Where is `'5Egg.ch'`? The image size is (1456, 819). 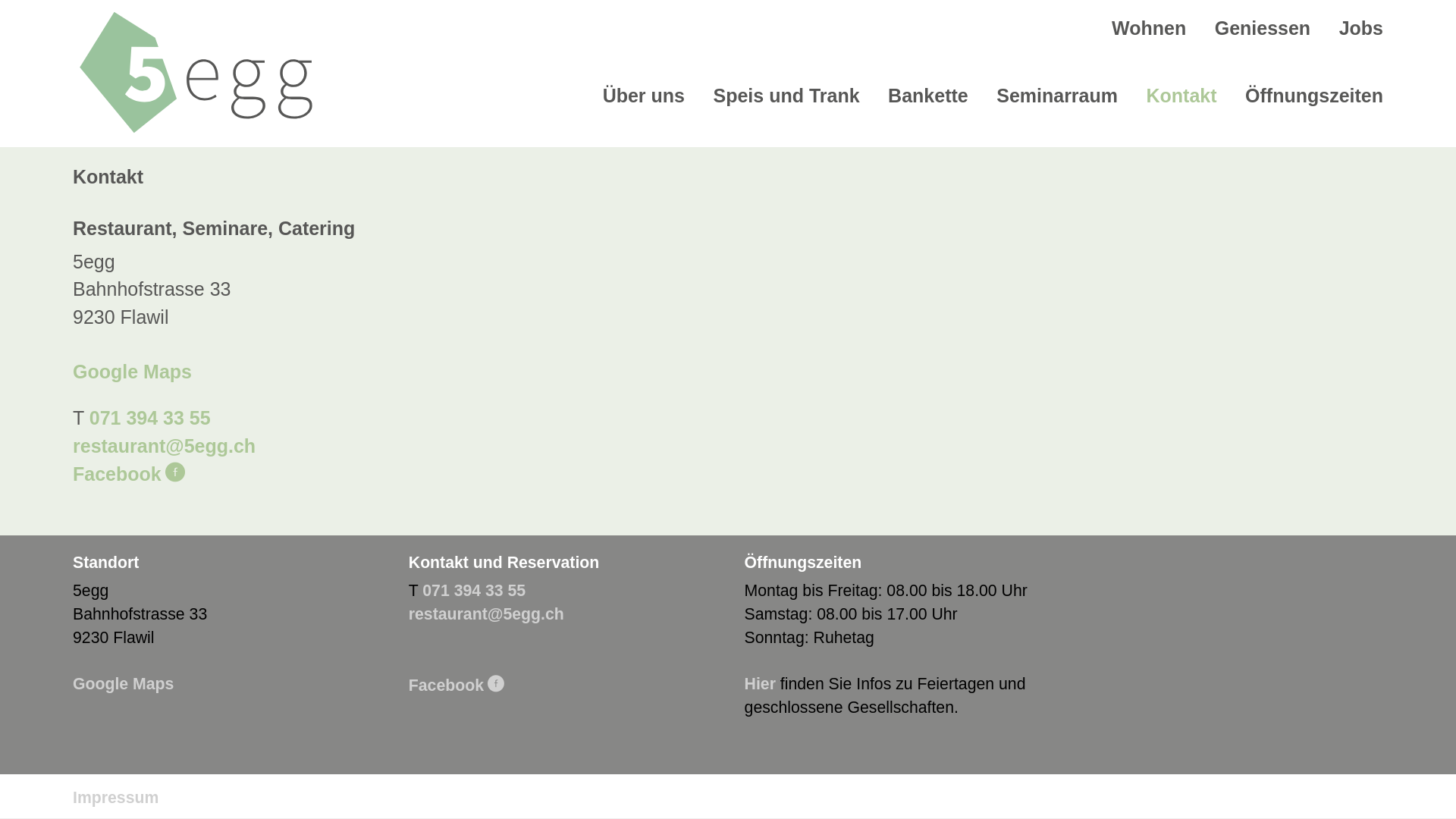 '5Egg.ch' is located at coordinates (195, 72).